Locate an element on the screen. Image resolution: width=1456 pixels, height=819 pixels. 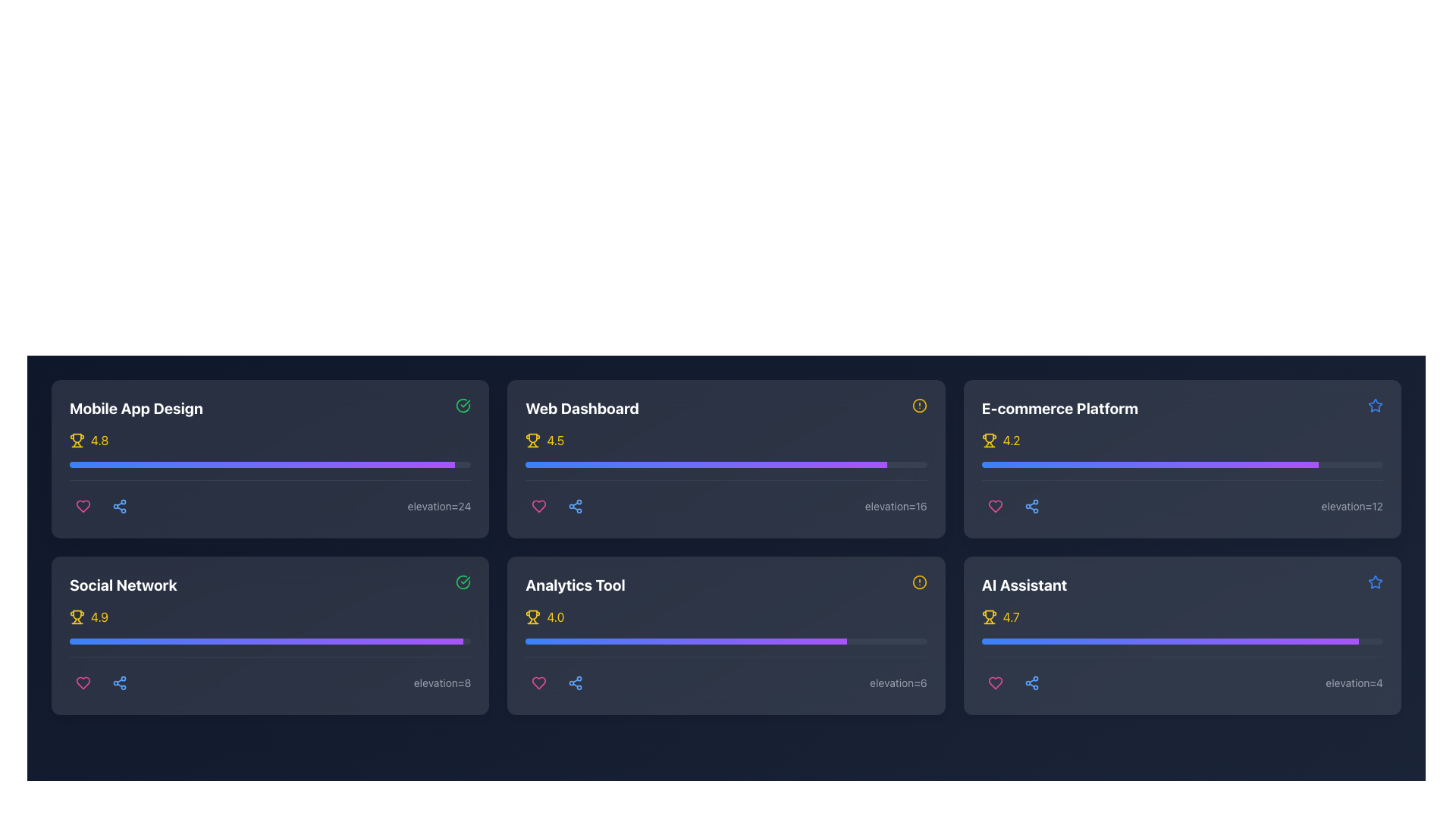
text label that serves as the title for the second card in the horizontal list of cards, positioned at the top-left section of the card is located at coordinates (582, 408).